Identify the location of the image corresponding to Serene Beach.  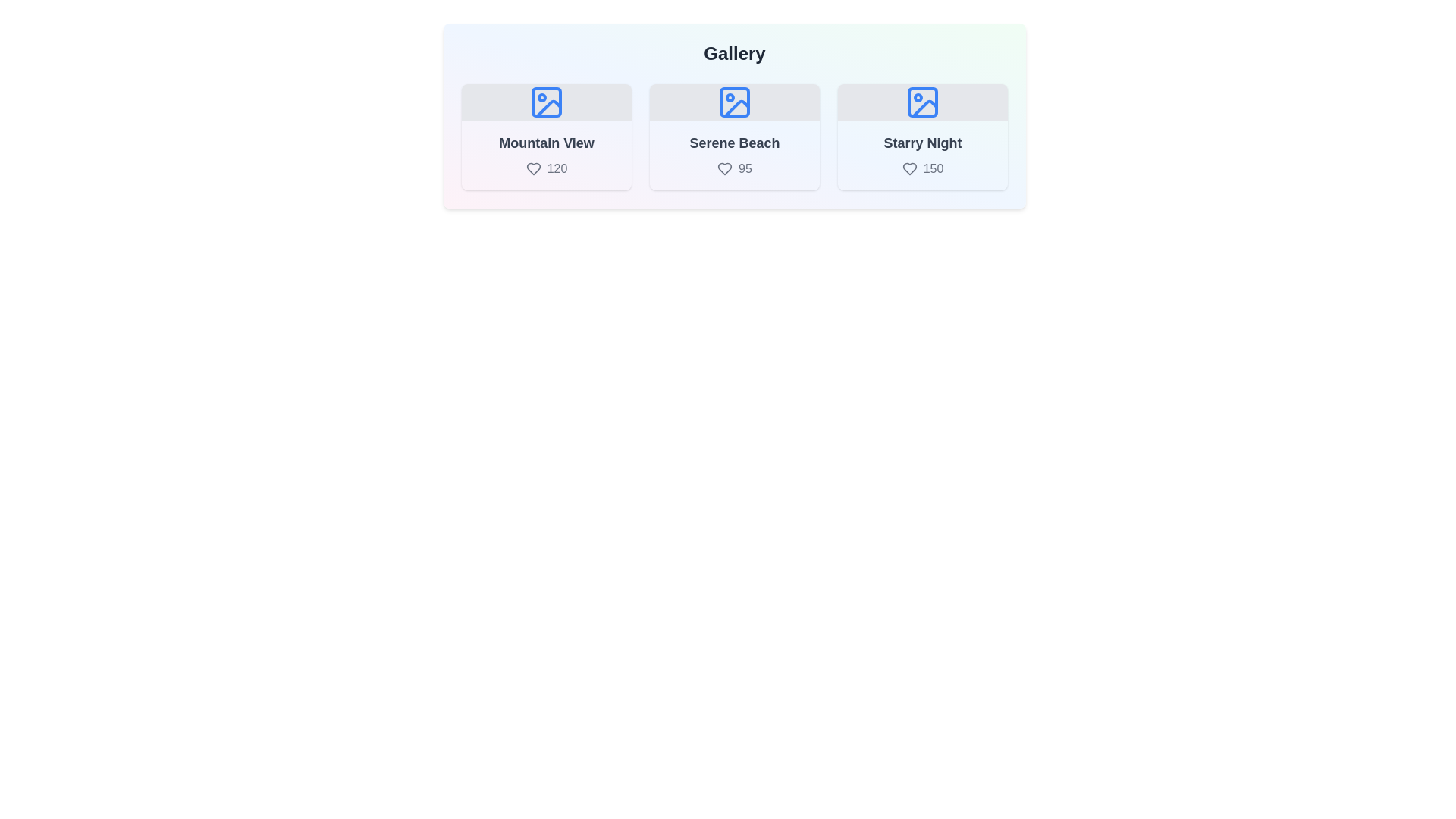
(735, 137).